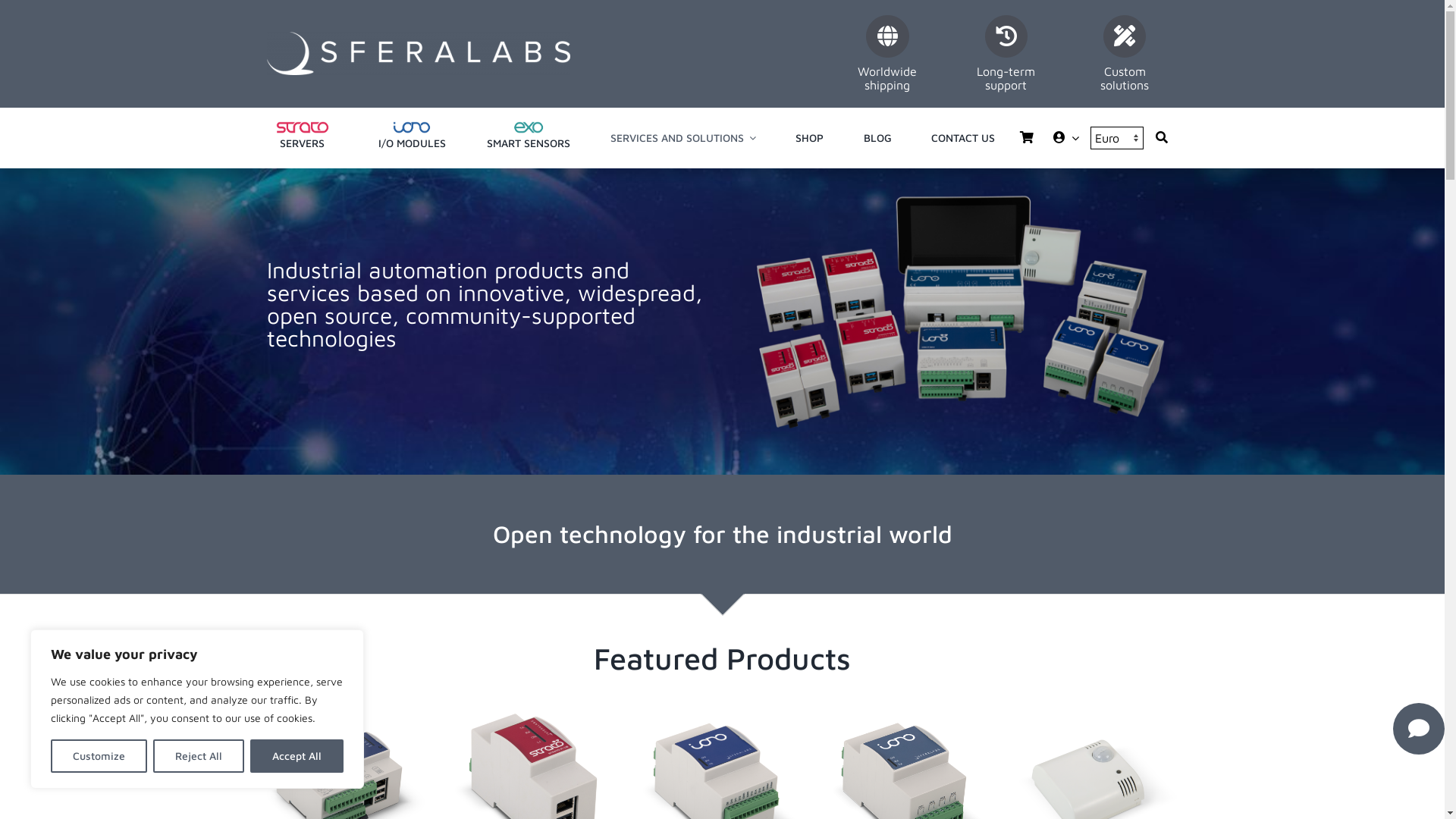 This screenshot has height=819, width=1456. I want to click on 'iono-line-logo', so click(411, 127).